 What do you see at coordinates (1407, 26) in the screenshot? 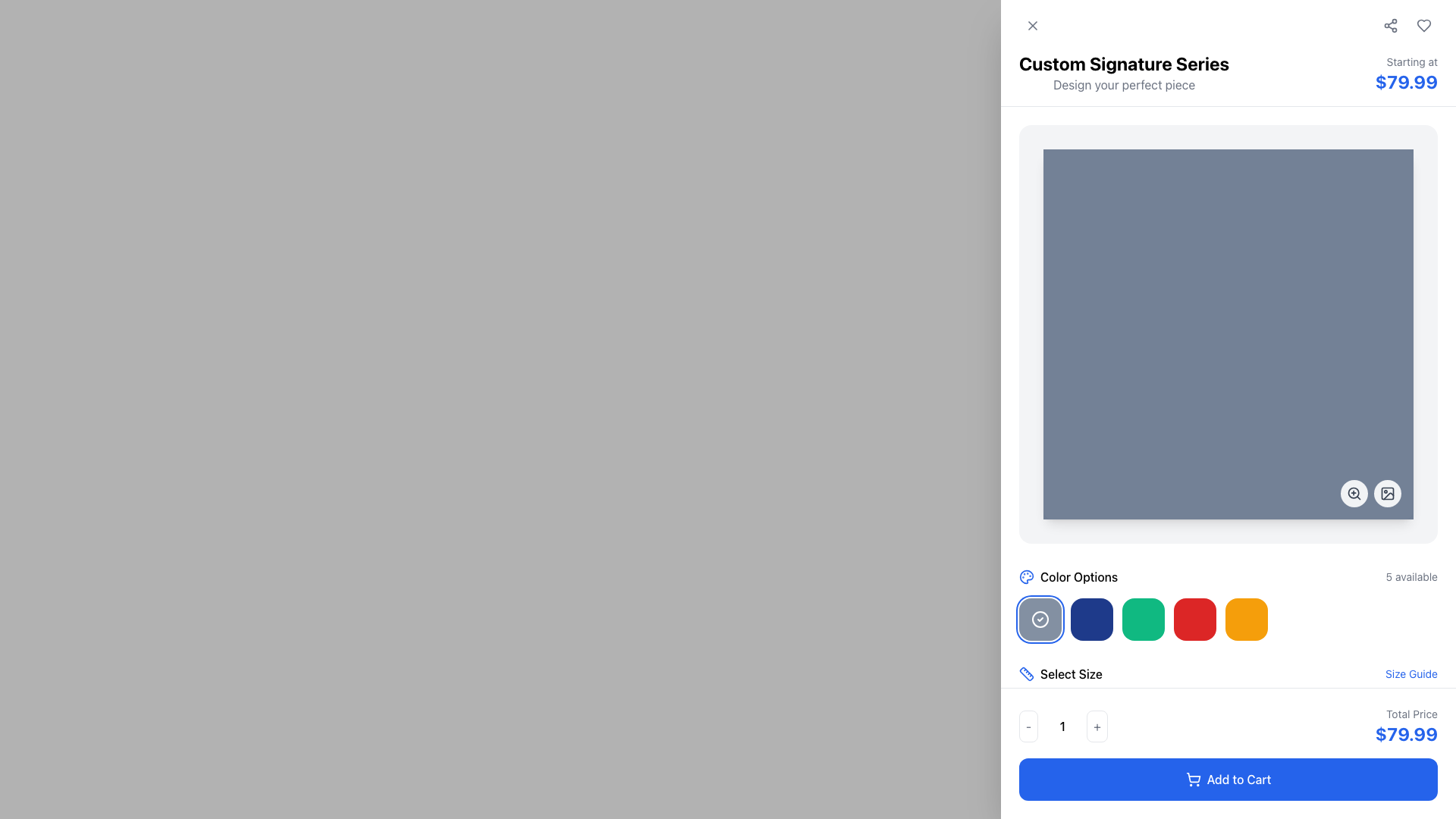
I see `the interactive buttons in the upper-right corner of the interface, specifically the share and heart icons` at bounding box center [1407, 26].